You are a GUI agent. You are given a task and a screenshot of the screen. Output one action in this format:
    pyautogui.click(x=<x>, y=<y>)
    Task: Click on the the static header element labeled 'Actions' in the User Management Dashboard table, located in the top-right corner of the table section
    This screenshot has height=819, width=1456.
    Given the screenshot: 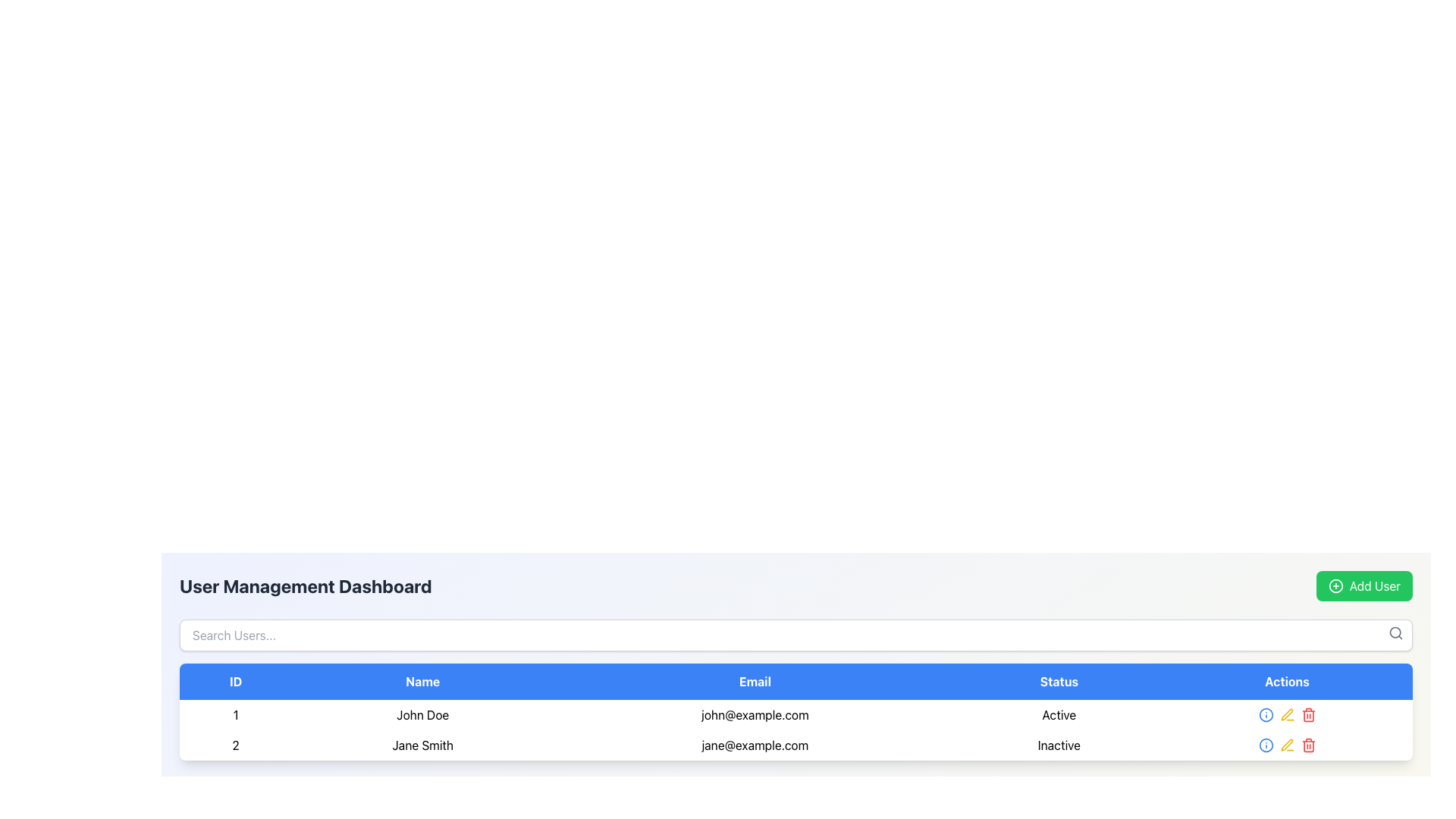 What is the action you would take?
    pyautogui.click(x=1286, y=680)
    